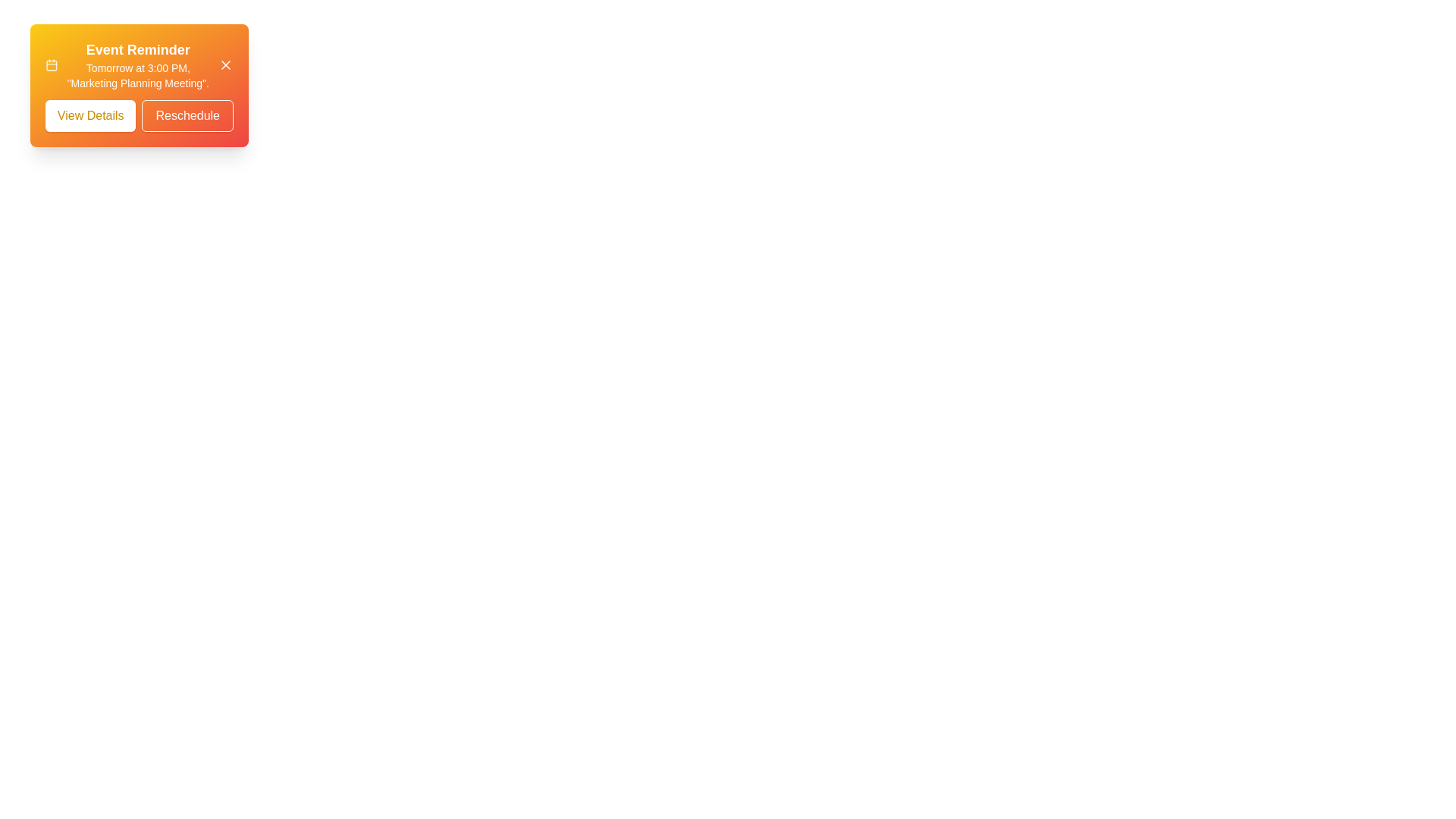  Describe the element at coordinates (89, 115) in the screenshot. I see `the 'View Details' button` at that location.